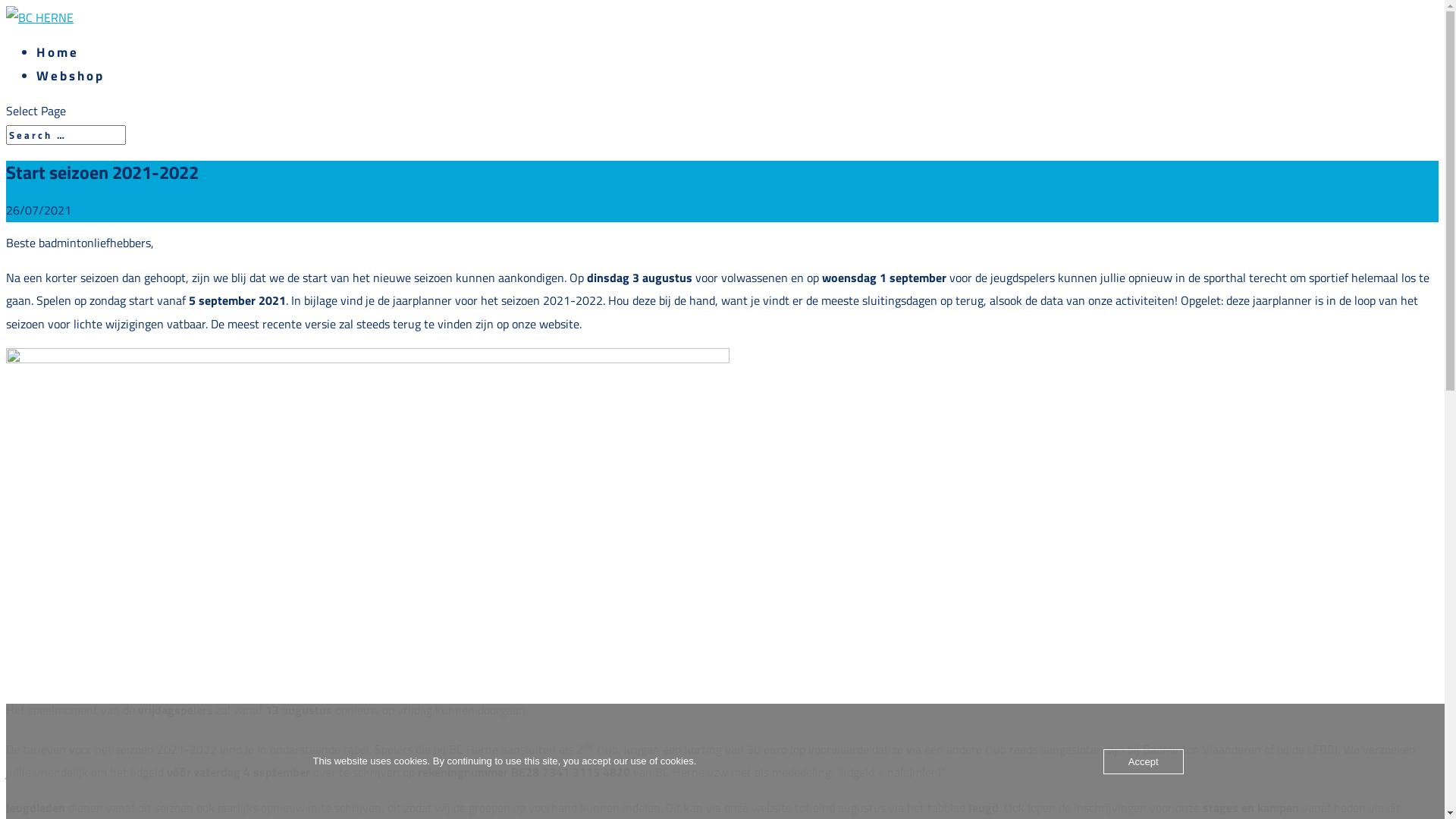 This screenshot has width=1456, height=819. What do you see at coordinates (1143, 761) in the screenshot?
I see `'Accept'` at bounding box center [1143, 761].